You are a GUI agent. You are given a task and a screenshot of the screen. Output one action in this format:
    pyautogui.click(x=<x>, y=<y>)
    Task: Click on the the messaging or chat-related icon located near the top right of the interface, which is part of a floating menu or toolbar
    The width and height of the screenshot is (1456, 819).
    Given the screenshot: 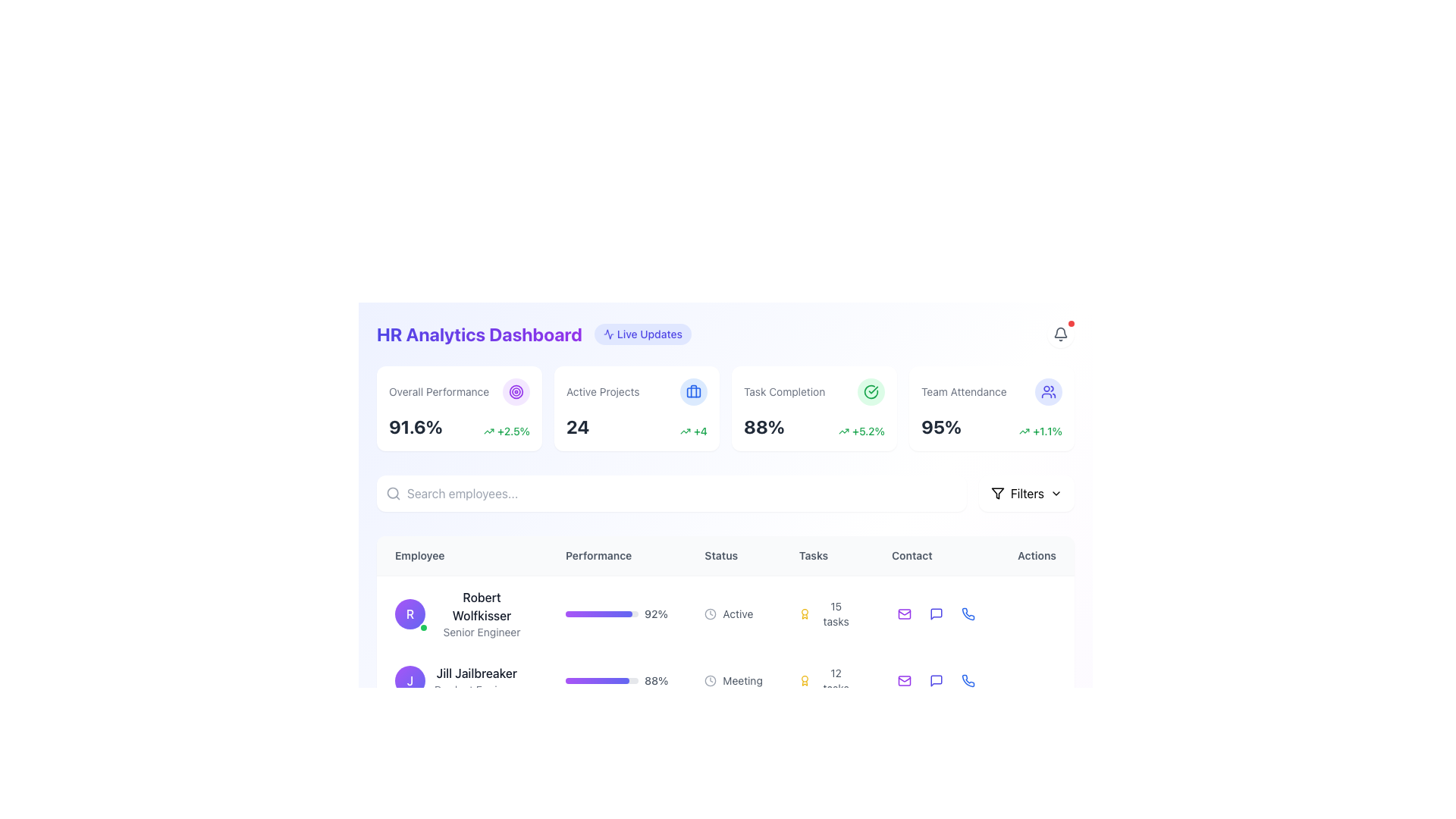 What is the action you would take?
    pyautogui.click(x=936, y=614)
    